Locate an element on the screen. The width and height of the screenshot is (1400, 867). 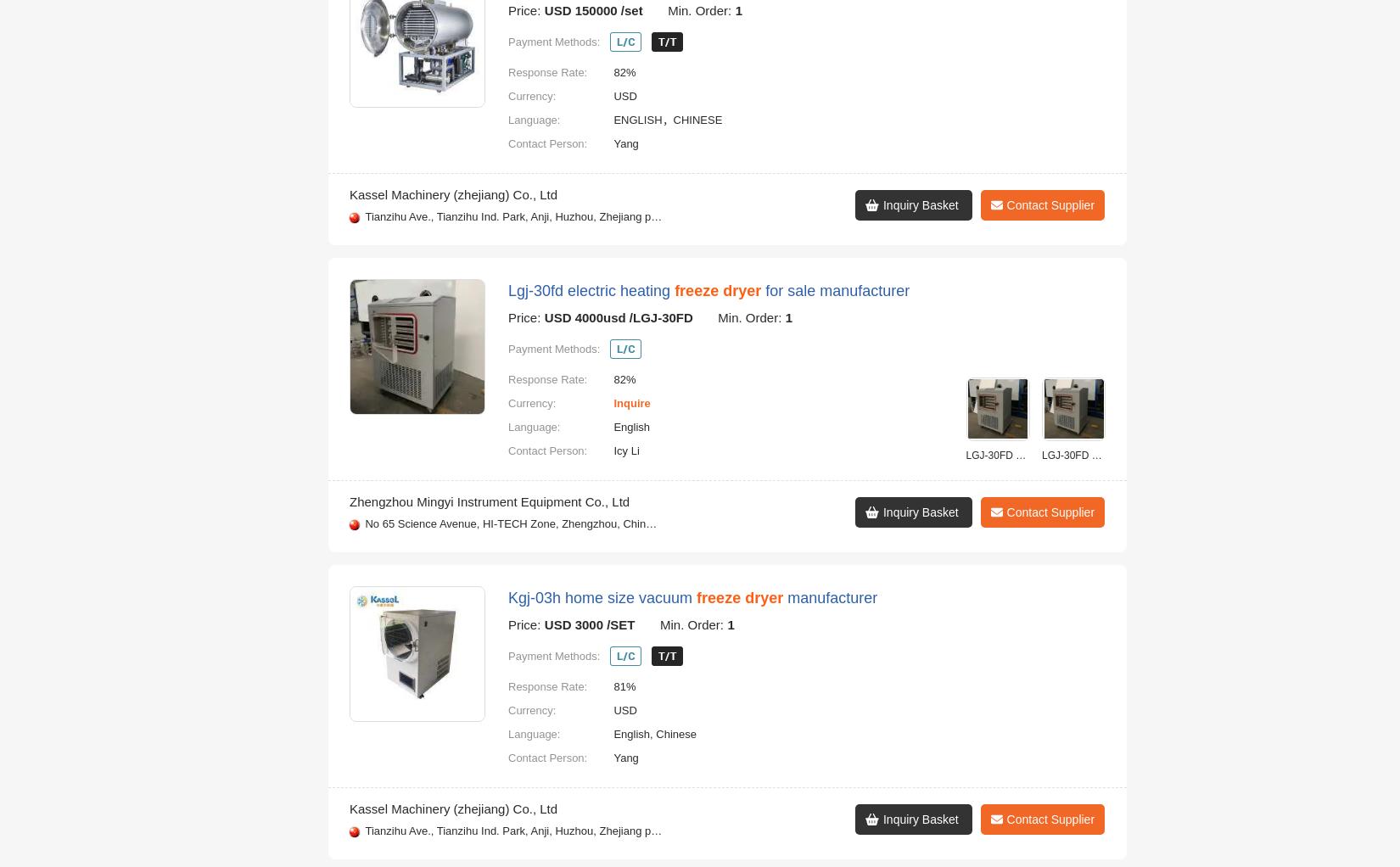
'Fdg series food vacuum' is located at coordinates (591, 84).